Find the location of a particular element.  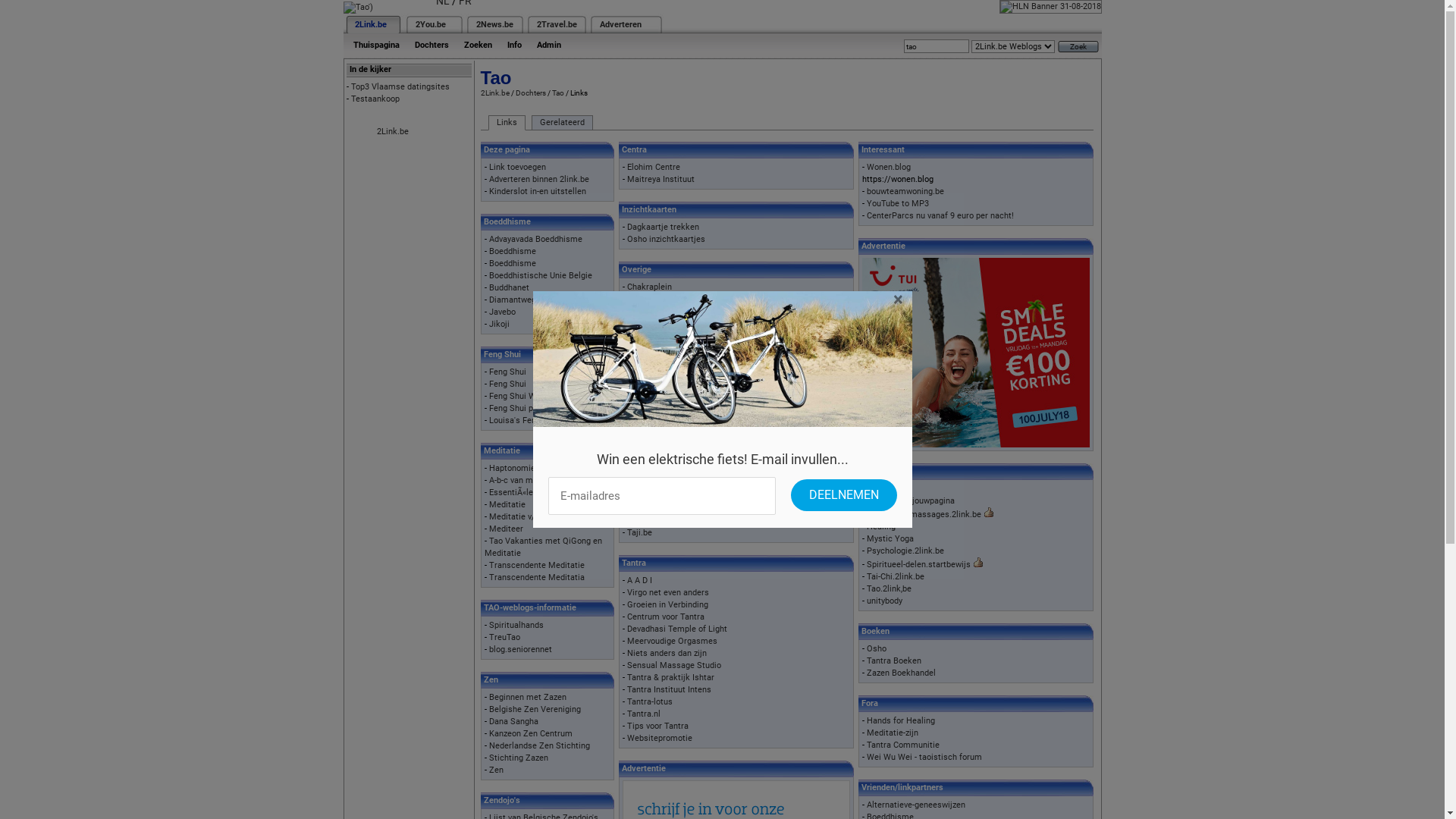

'Gerelateerd' is located at coordinates (560, 122).